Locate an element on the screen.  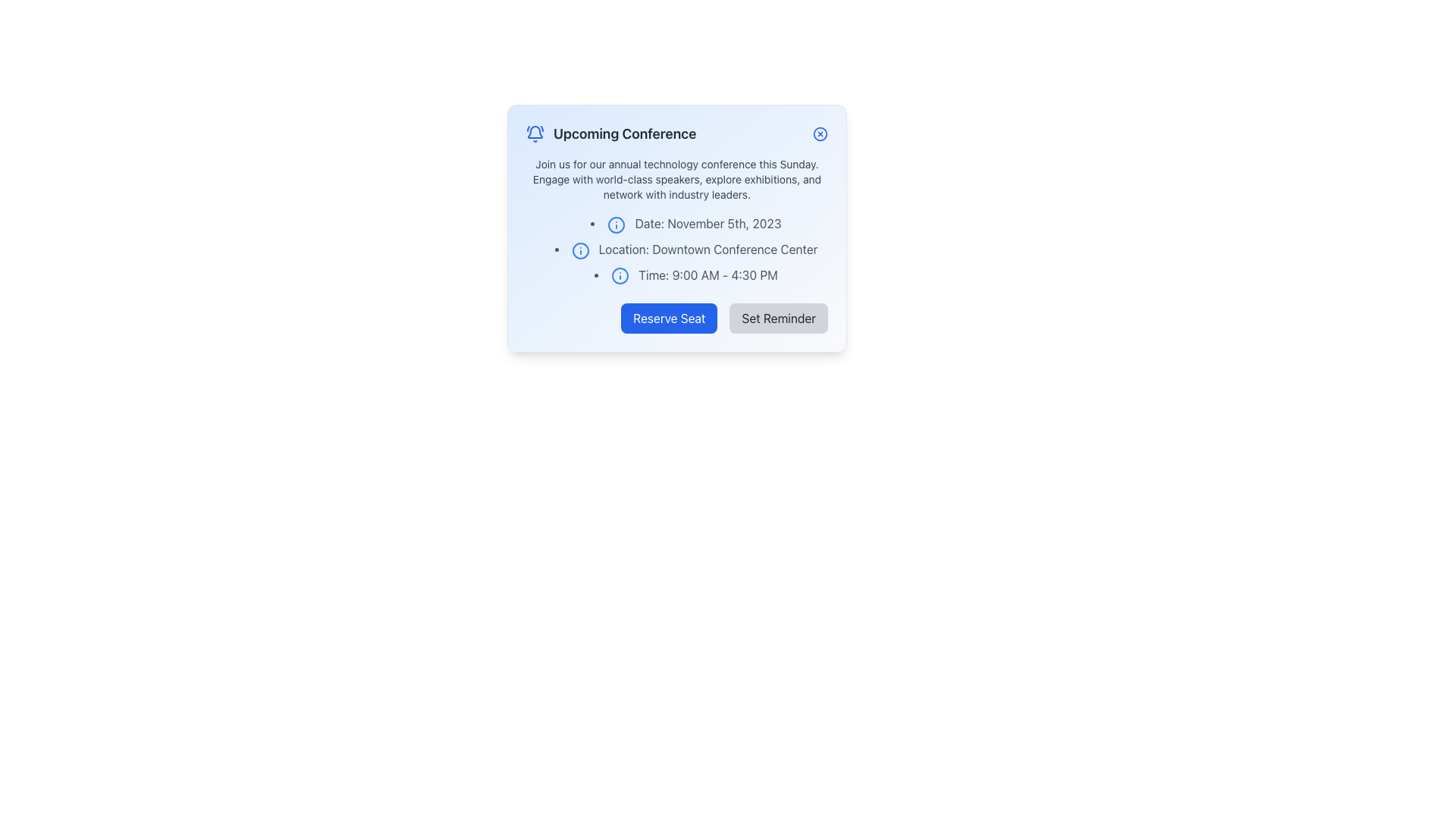
the distinctive icon indicating additional time information located before the text 'Time: 9:00 AM - 4:30 PM' is located at coordinates (620, 276).